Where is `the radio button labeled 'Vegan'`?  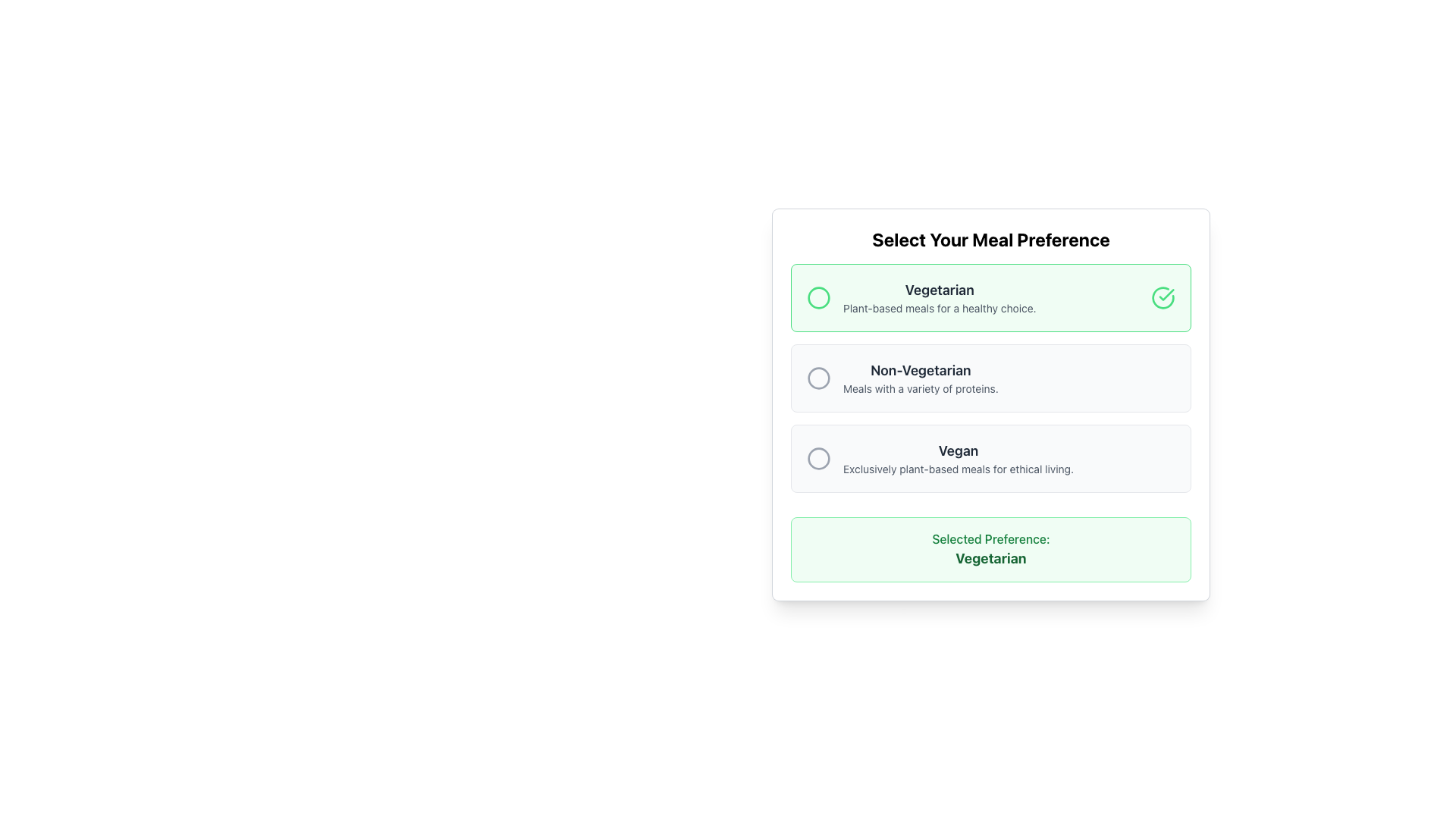 the radio button labeled 'Vegan' is located at coordinates (990, 458).